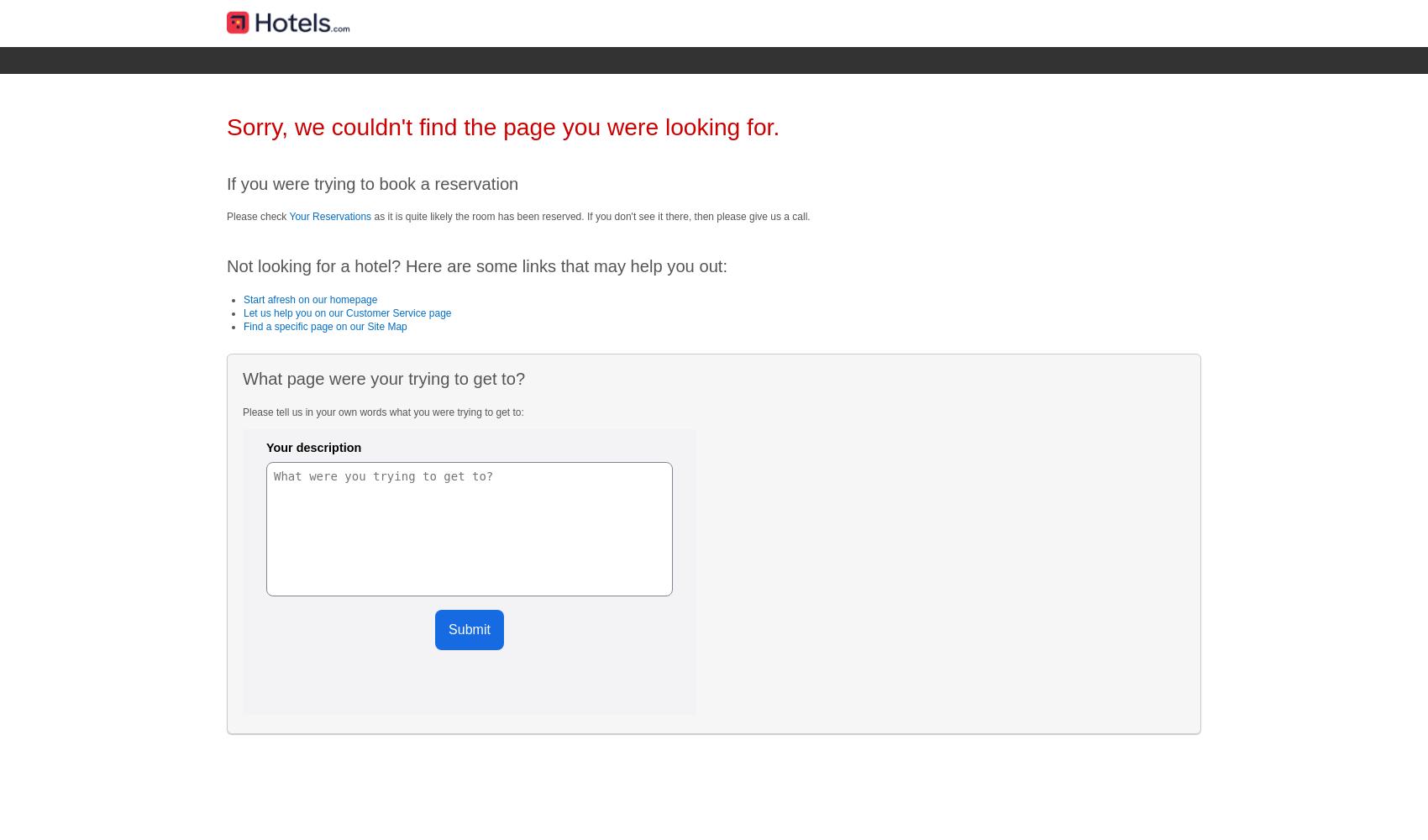 The height and width of the screenshot is (840, 1428). Describe the element at coordinates (309, 298) in the screenshot. I see `'Start afresh on our homepage'` at that location.